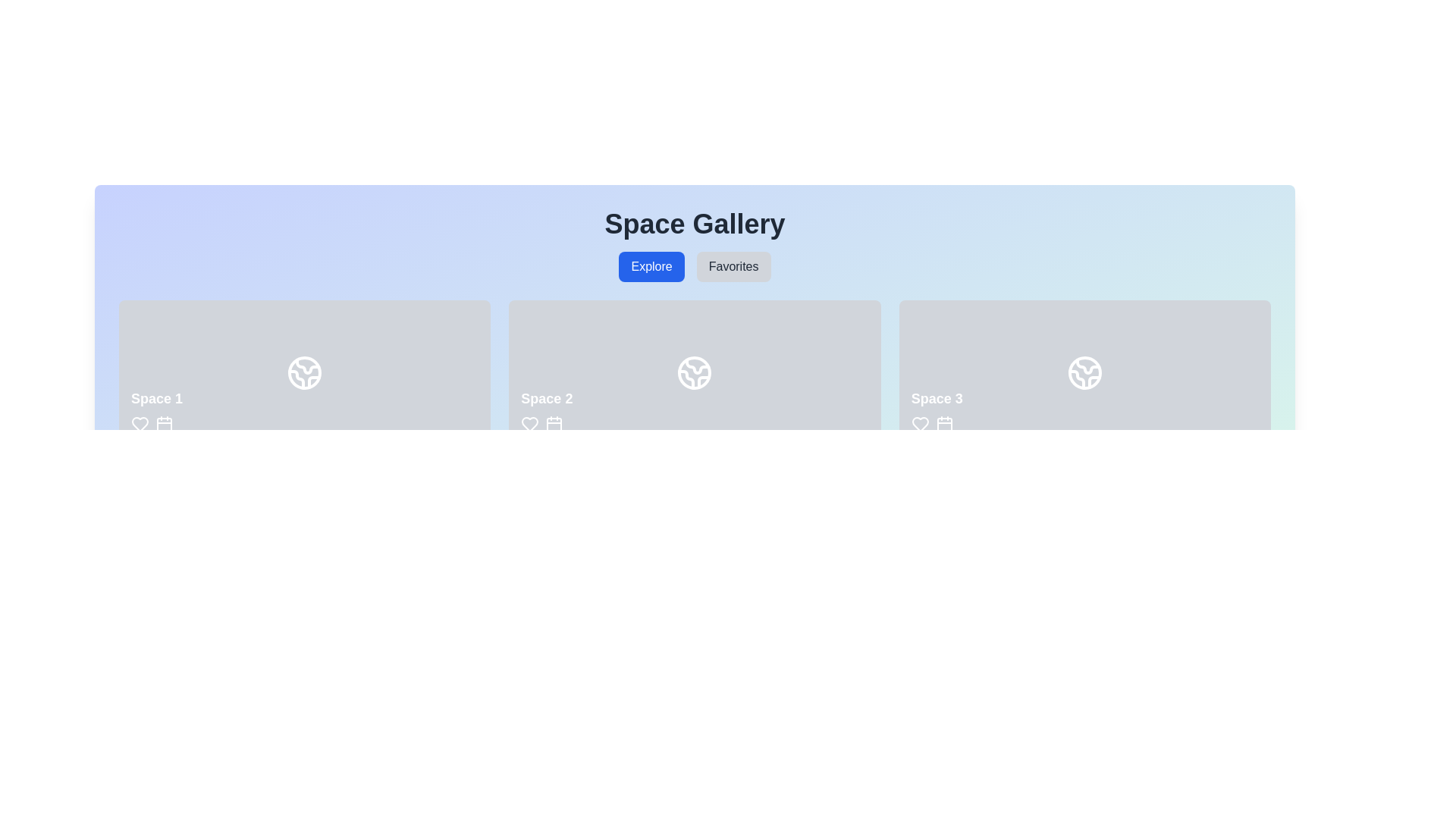 The image size is (1456, 819). I want to click on the heart icon located, so click(530, 424).